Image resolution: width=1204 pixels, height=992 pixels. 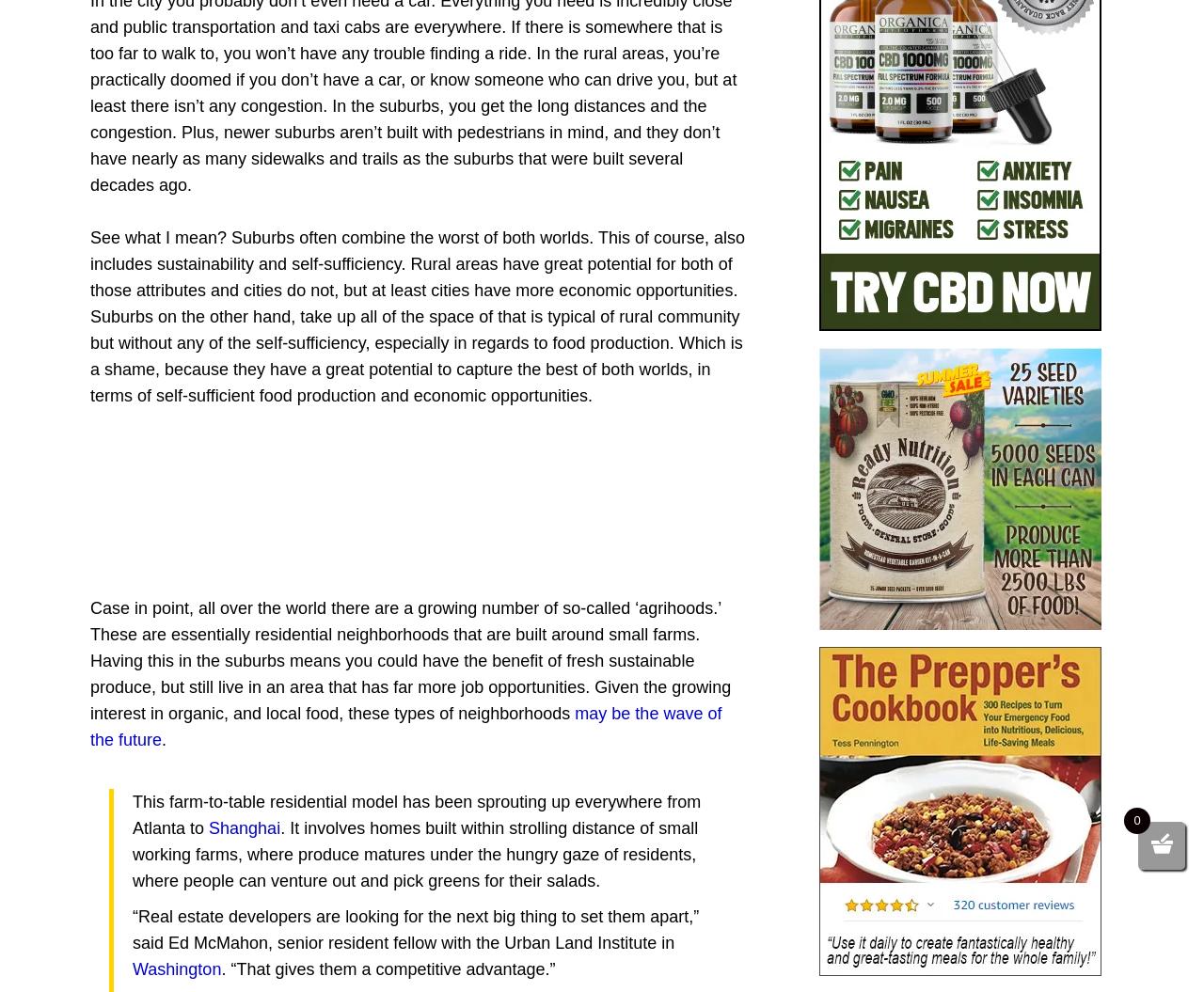 What do you see at coordinates (387, 968) in the screenshot?
I see `'. “That gives them a competitive advantage.”'` at bounding box center [387, 968].